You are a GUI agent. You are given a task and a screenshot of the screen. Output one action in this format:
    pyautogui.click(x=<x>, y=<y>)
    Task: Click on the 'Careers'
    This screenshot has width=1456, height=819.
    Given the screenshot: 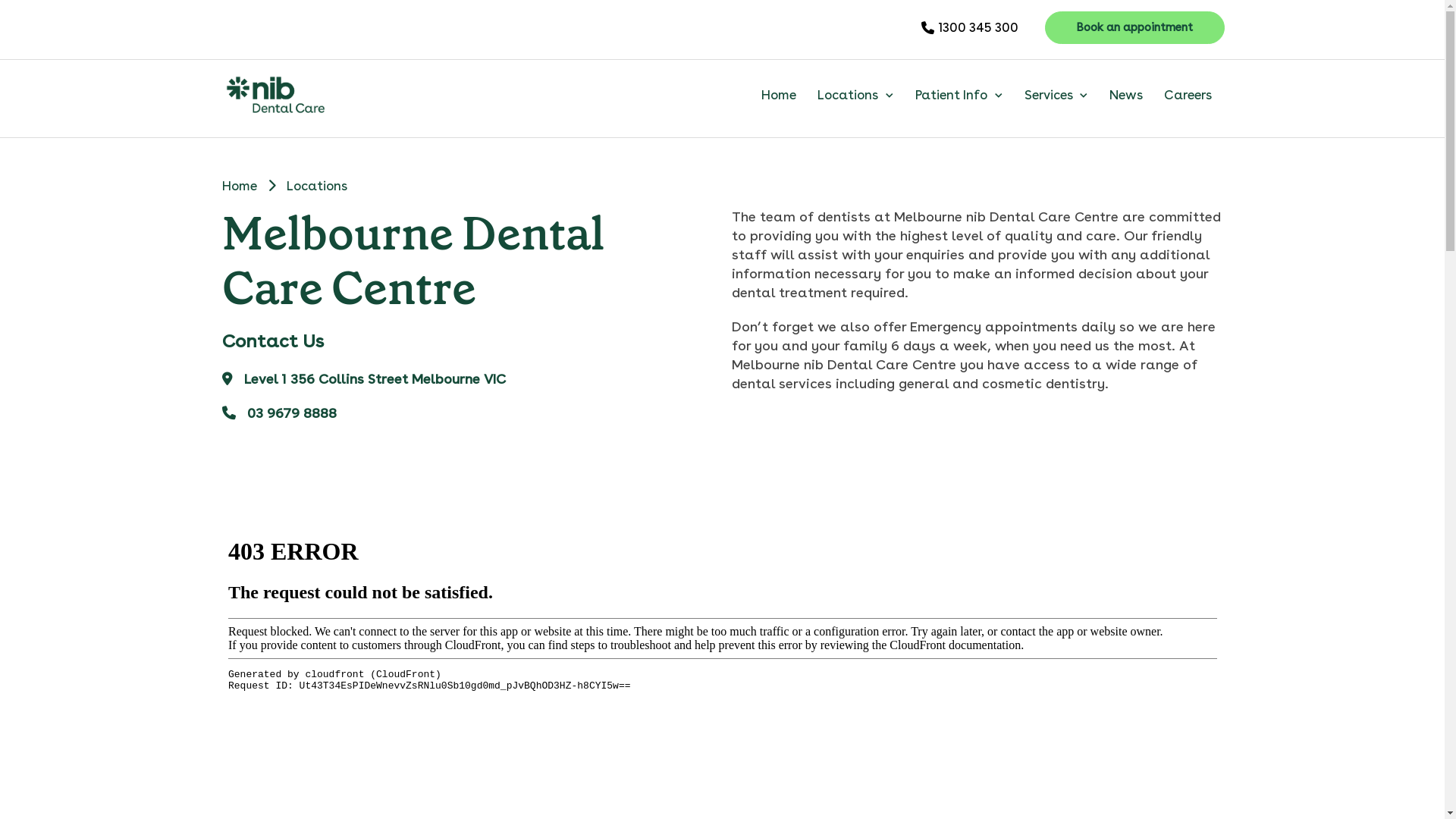 What is the action you would take?
    pyautogui.click(x=1187, y=94)
    